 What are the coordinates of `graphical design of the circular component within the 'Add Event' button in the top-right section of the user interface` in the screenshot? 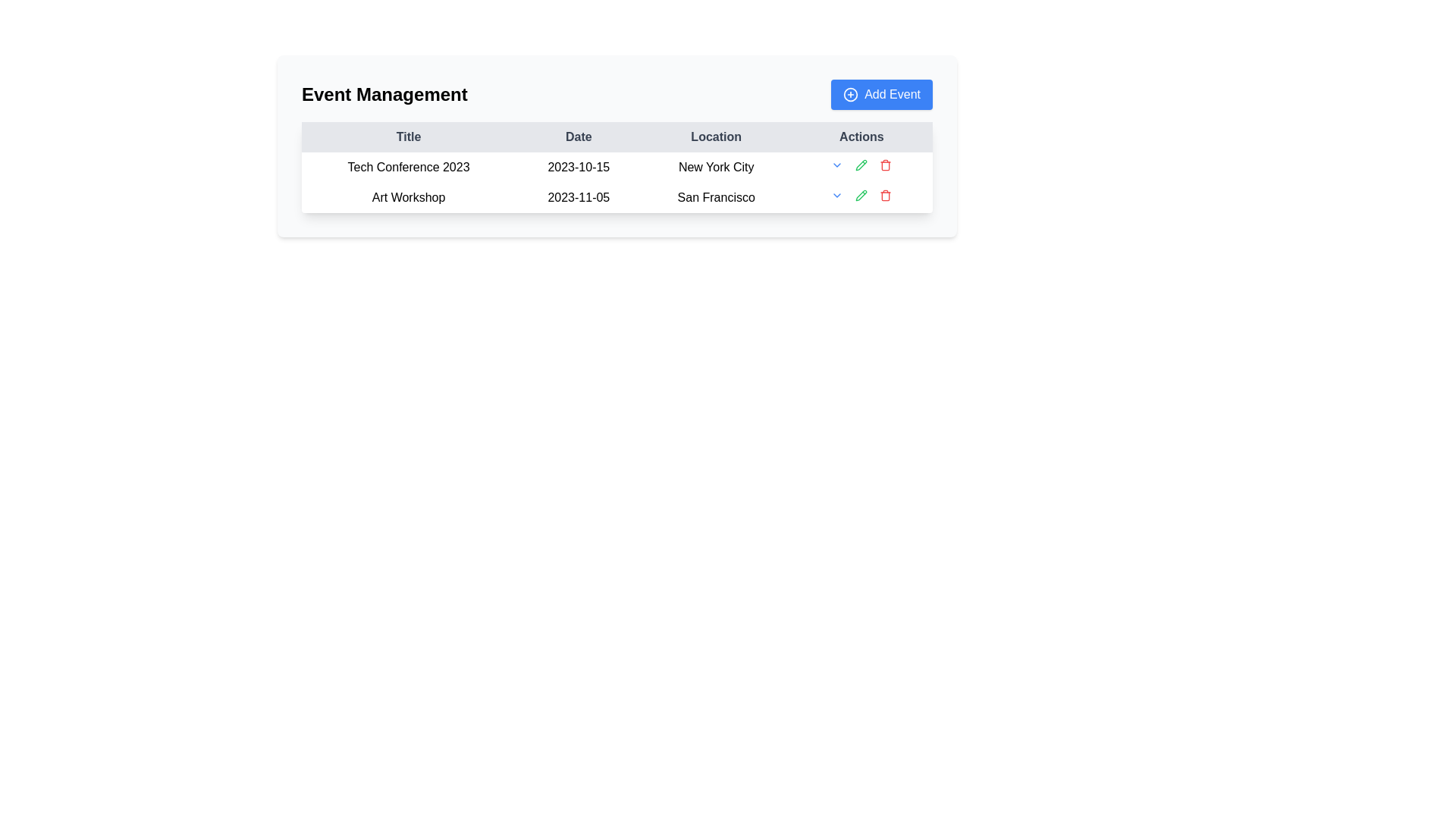 It's located at (851, 94).